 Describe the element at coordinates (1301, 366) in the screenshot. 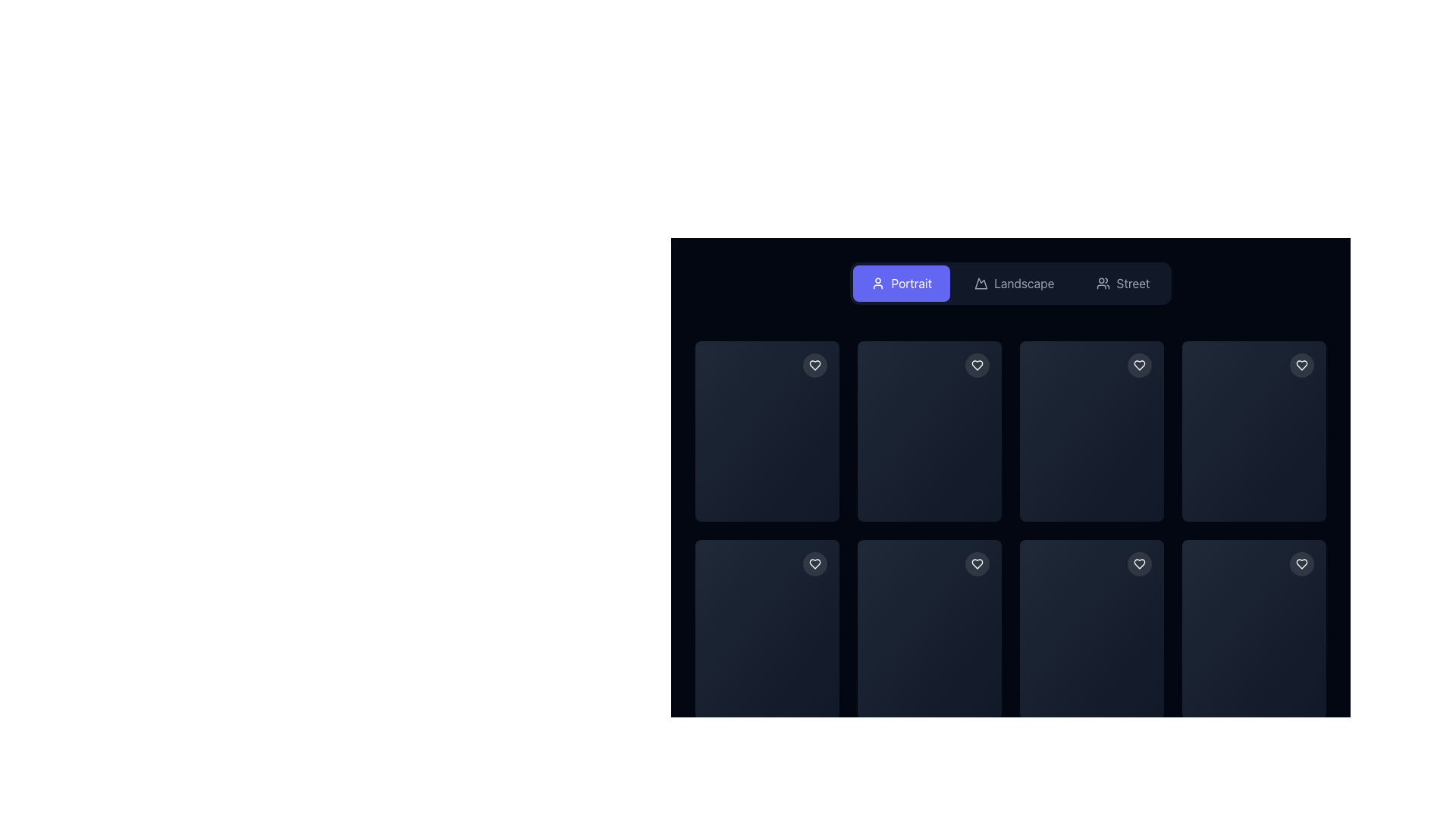

I see `the heart-shaped icon within the rounded button located in the top-right corner of the last item in the grid layout to like or favorite the item` at that location.